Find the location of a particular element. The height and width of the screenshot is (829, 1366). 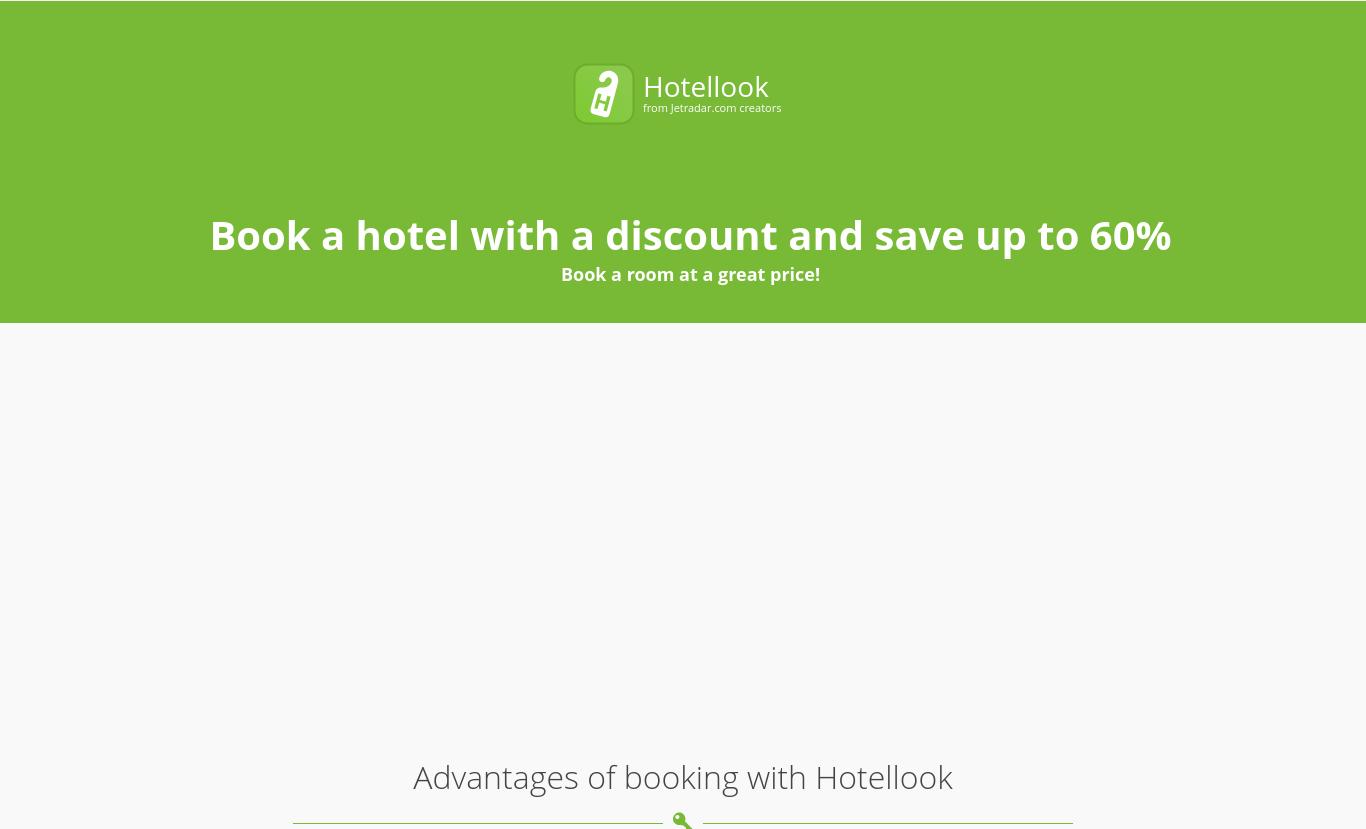

'Check Out' is located at coordinates (752, 38).